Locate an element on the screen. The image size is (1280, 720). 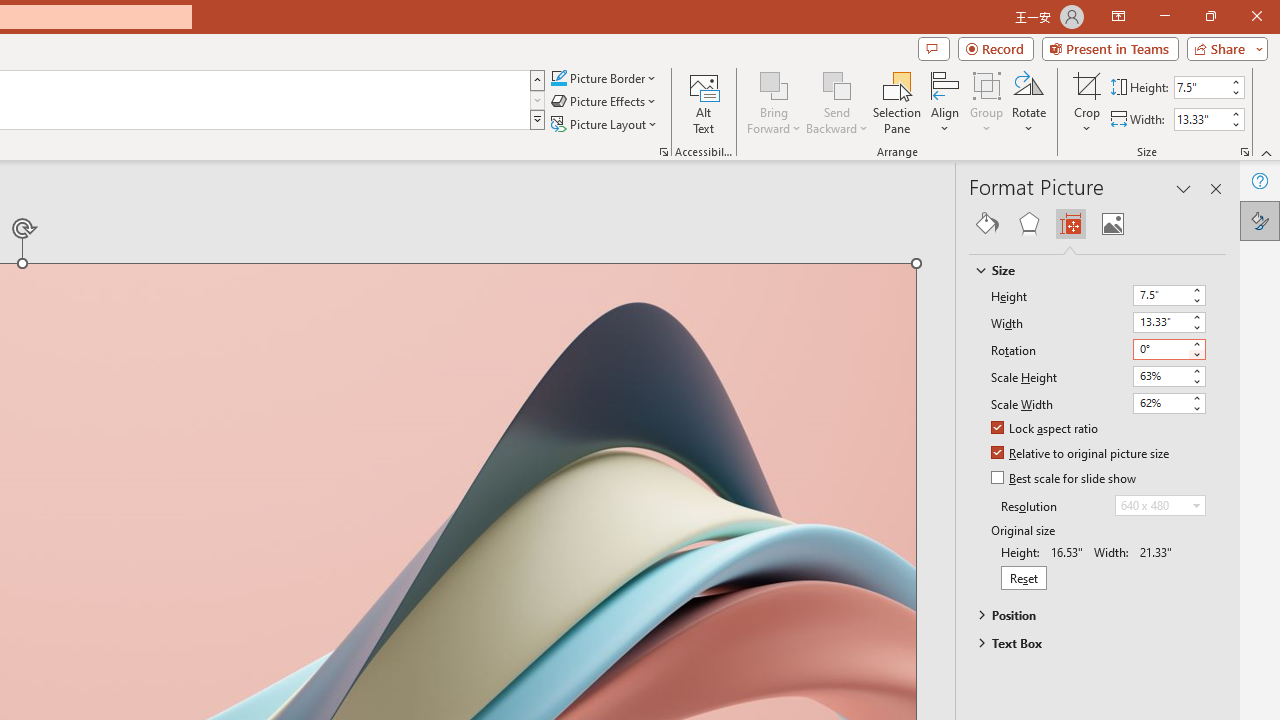
'Bring Forward' is located at coordinates (773, 103).